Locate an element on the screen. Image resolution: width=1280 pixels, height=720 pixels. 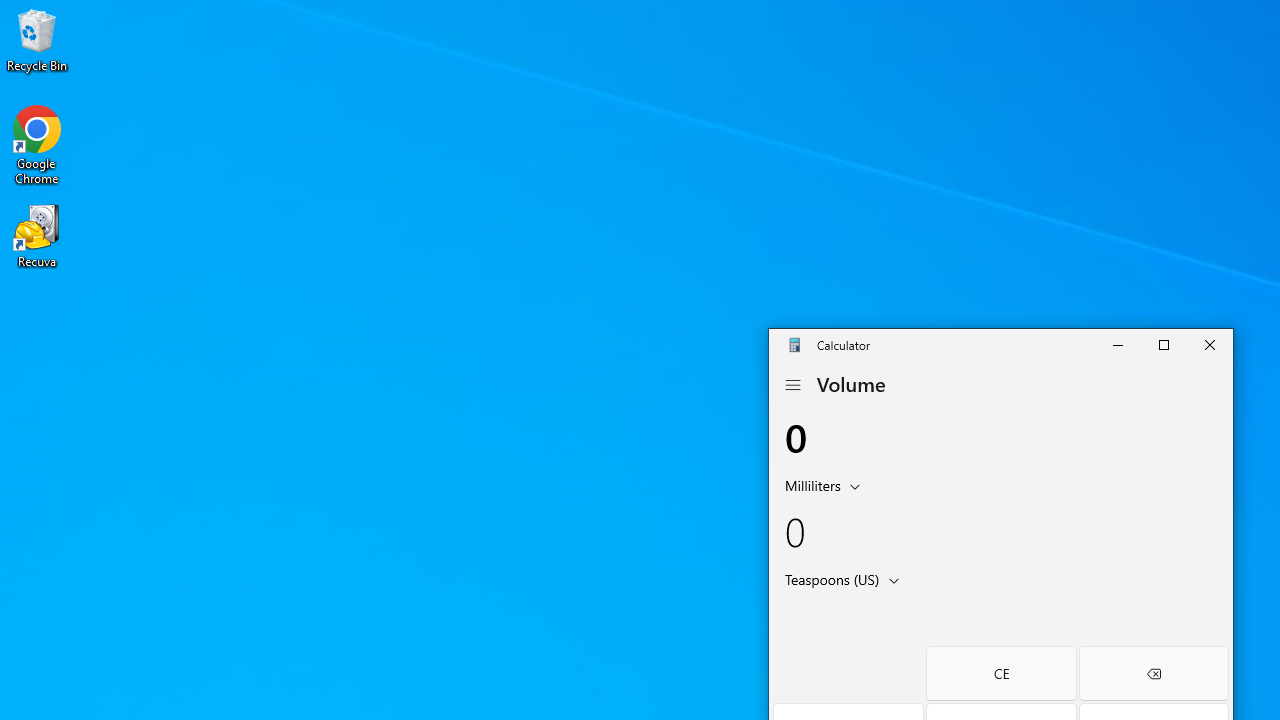
'Backspace' is located at coordinates (1153, 673).